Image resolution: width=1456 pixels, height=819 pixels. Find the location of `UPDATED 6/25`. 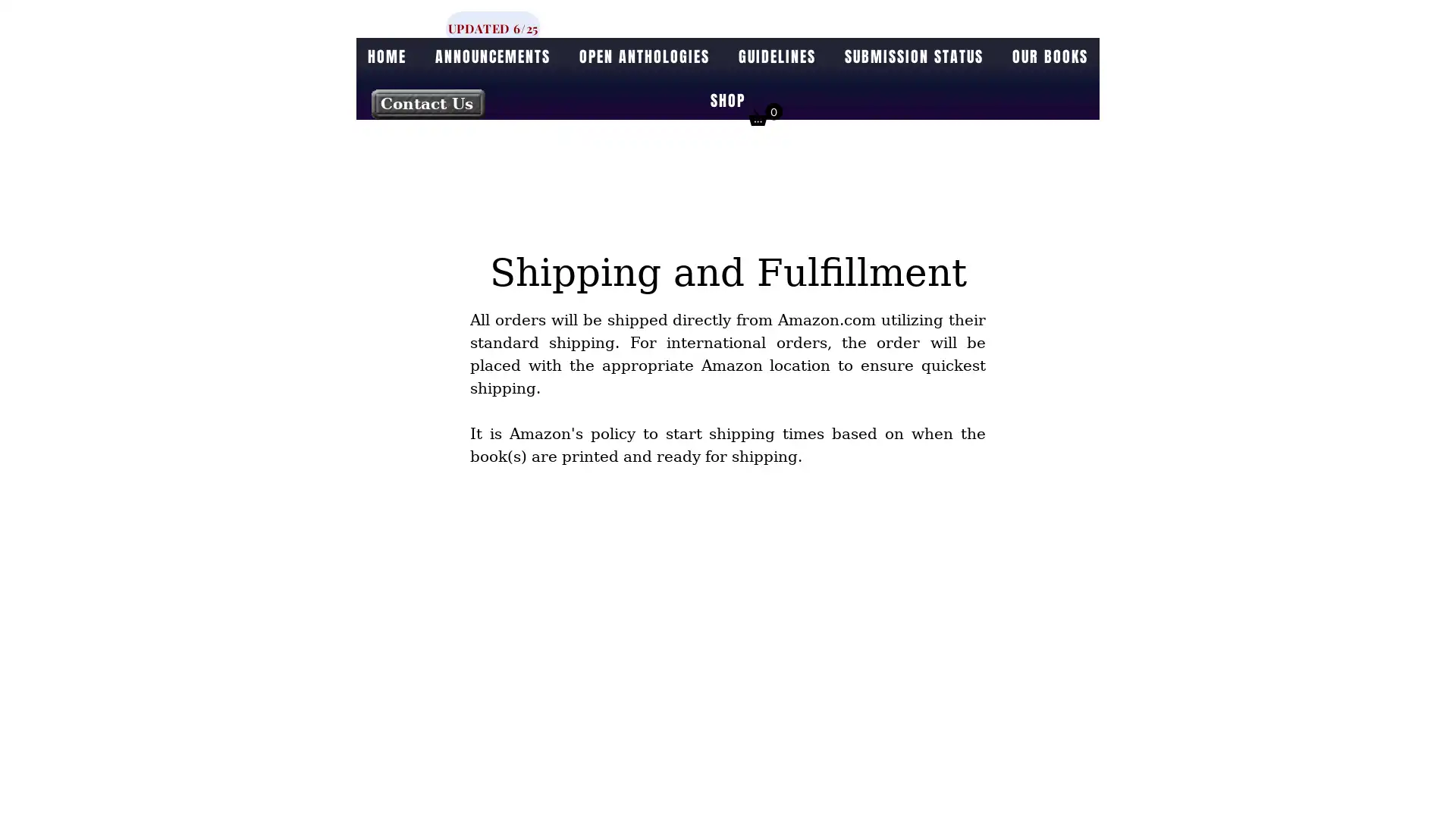

UPDATED 6/25 is located at coordinates (493, 28).